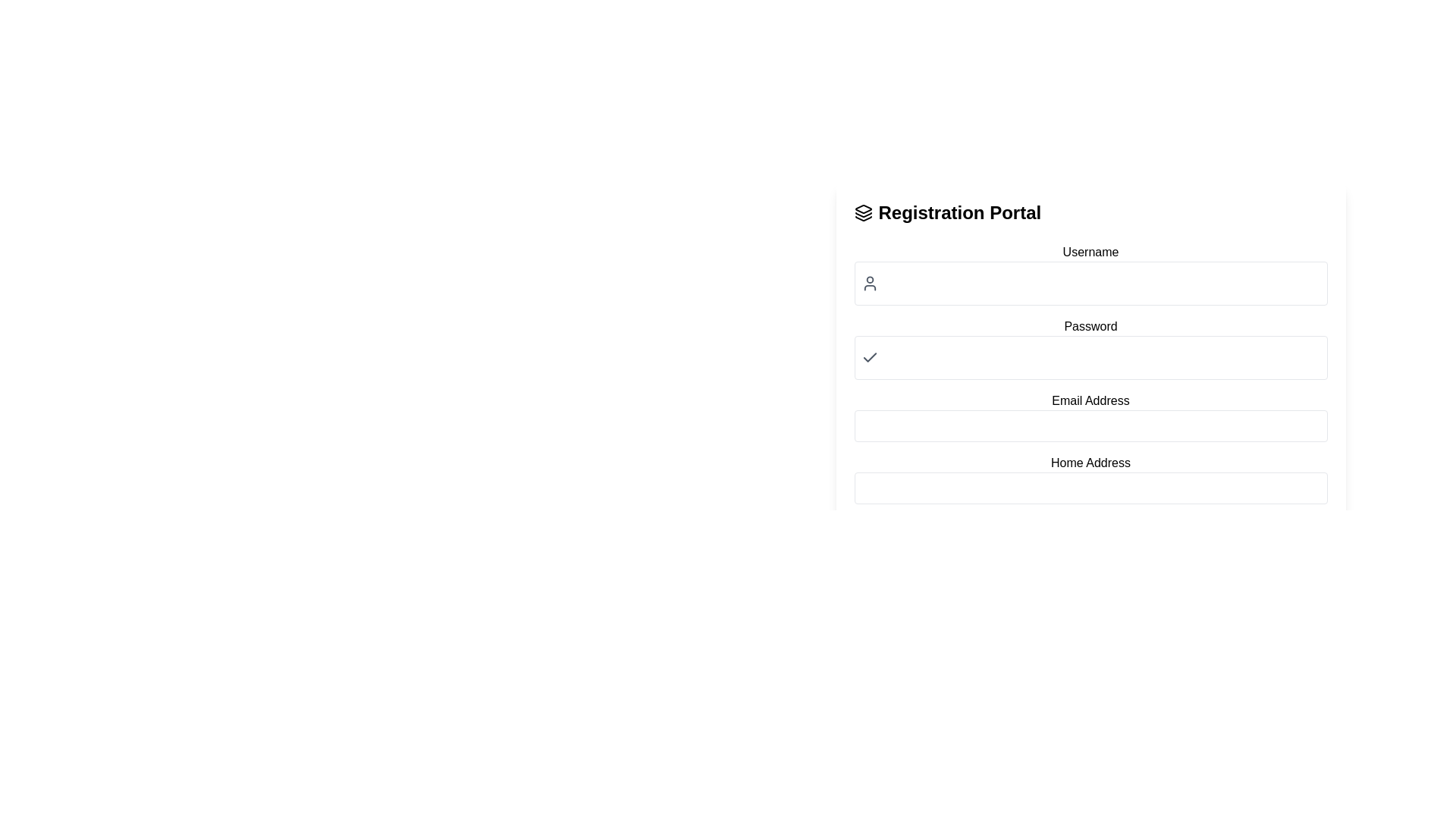 The height and width of the screenshot is (819, 1456). What do you see at coordinates (1090, 326) in the screenshot?
I see `the 'Password' label to focus the associated password input field located directly below it in the form layout` at bounding box center [1090, 326].